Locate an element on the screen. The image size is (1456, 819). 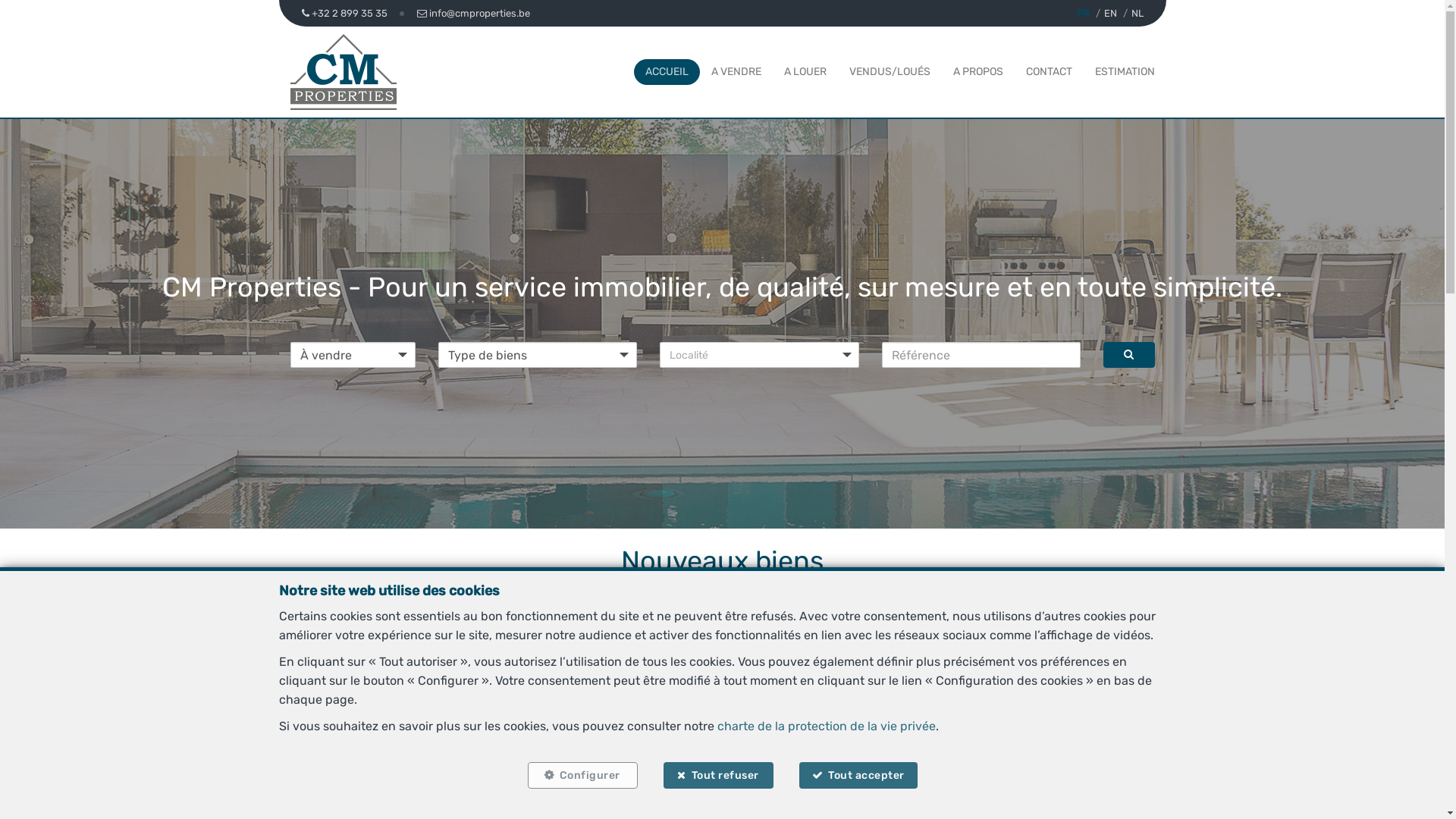
'+32 2 899 35 35' is located at coordinates (345, 13).